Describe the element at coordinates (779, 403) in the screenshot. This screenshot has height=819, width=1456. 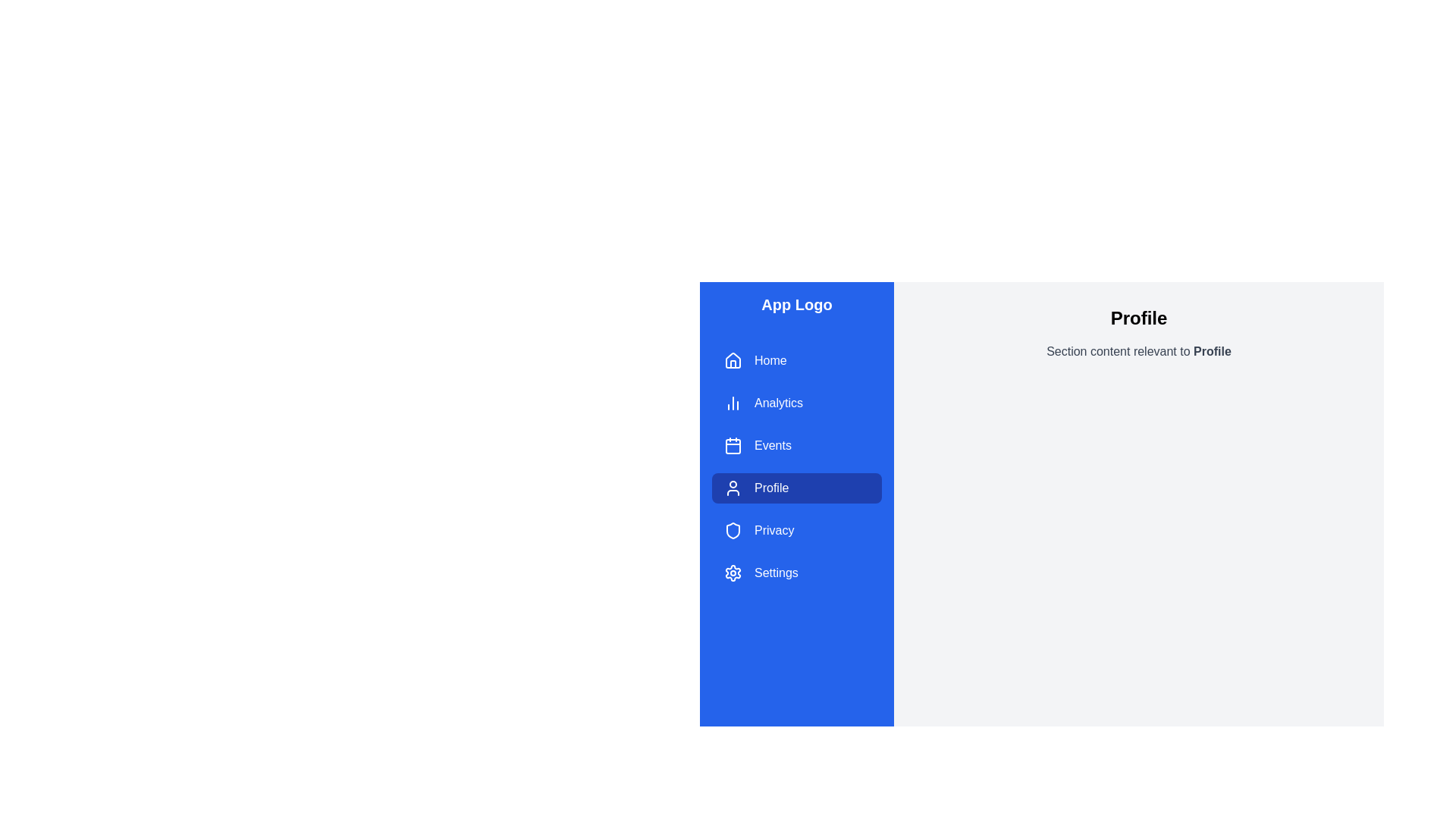
I see `the 'Analytics' text label located within the second button of the vertically aligned sidebar menu` at that location.